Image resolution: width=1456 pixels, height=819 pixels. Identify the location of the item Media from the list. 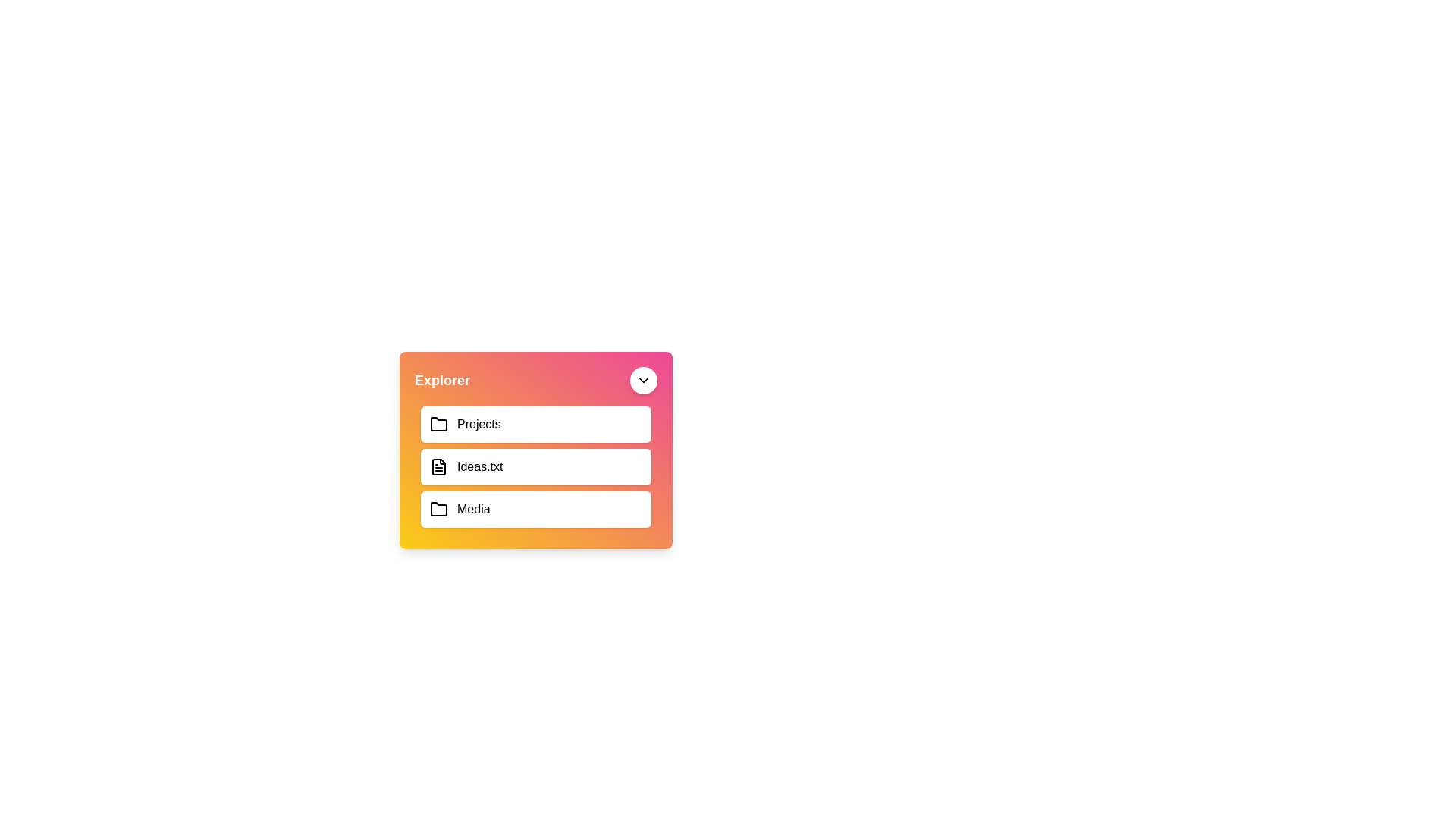
(535, 509).